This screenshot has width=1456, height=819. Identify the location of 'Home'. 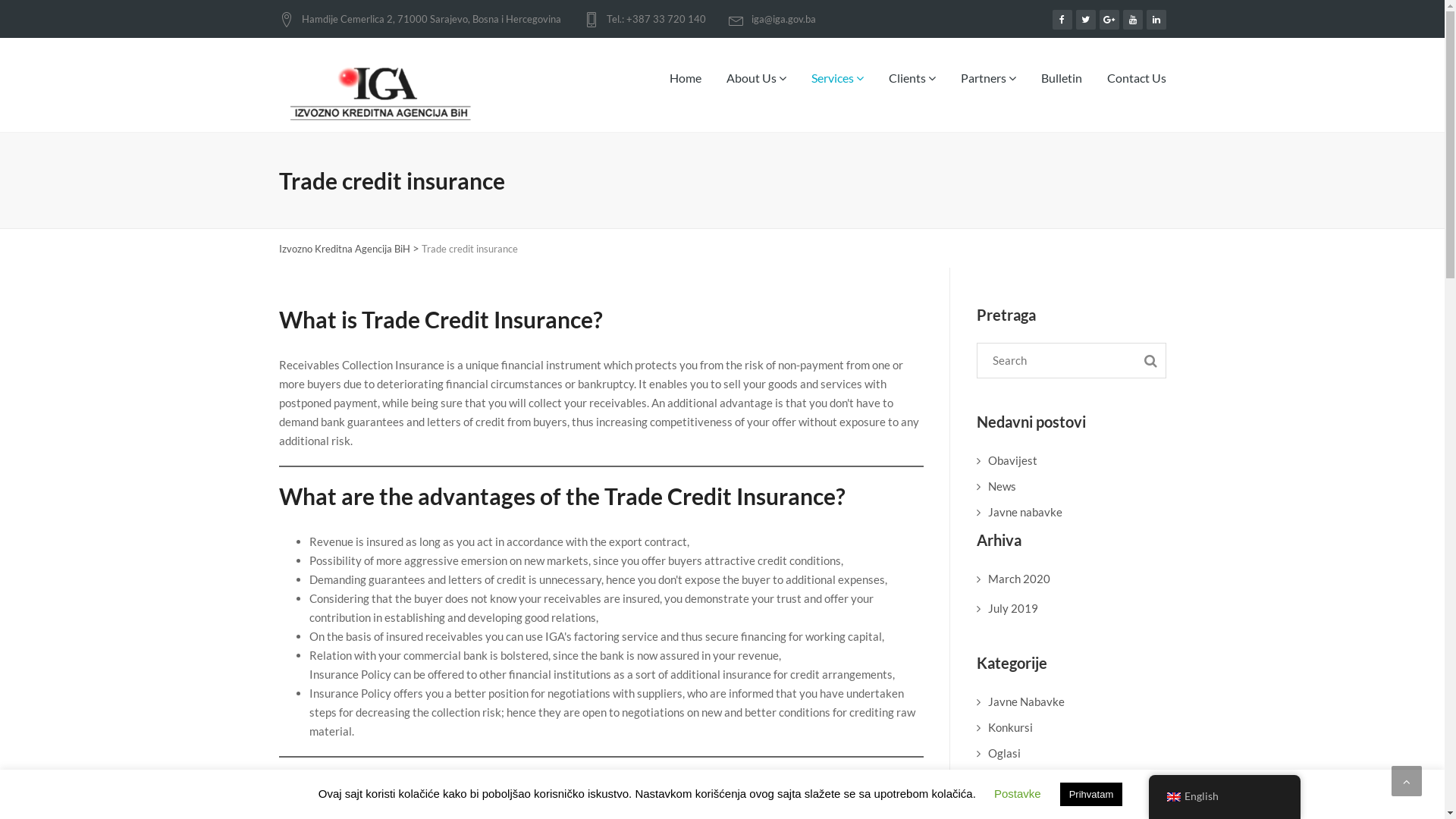
(684, 89).